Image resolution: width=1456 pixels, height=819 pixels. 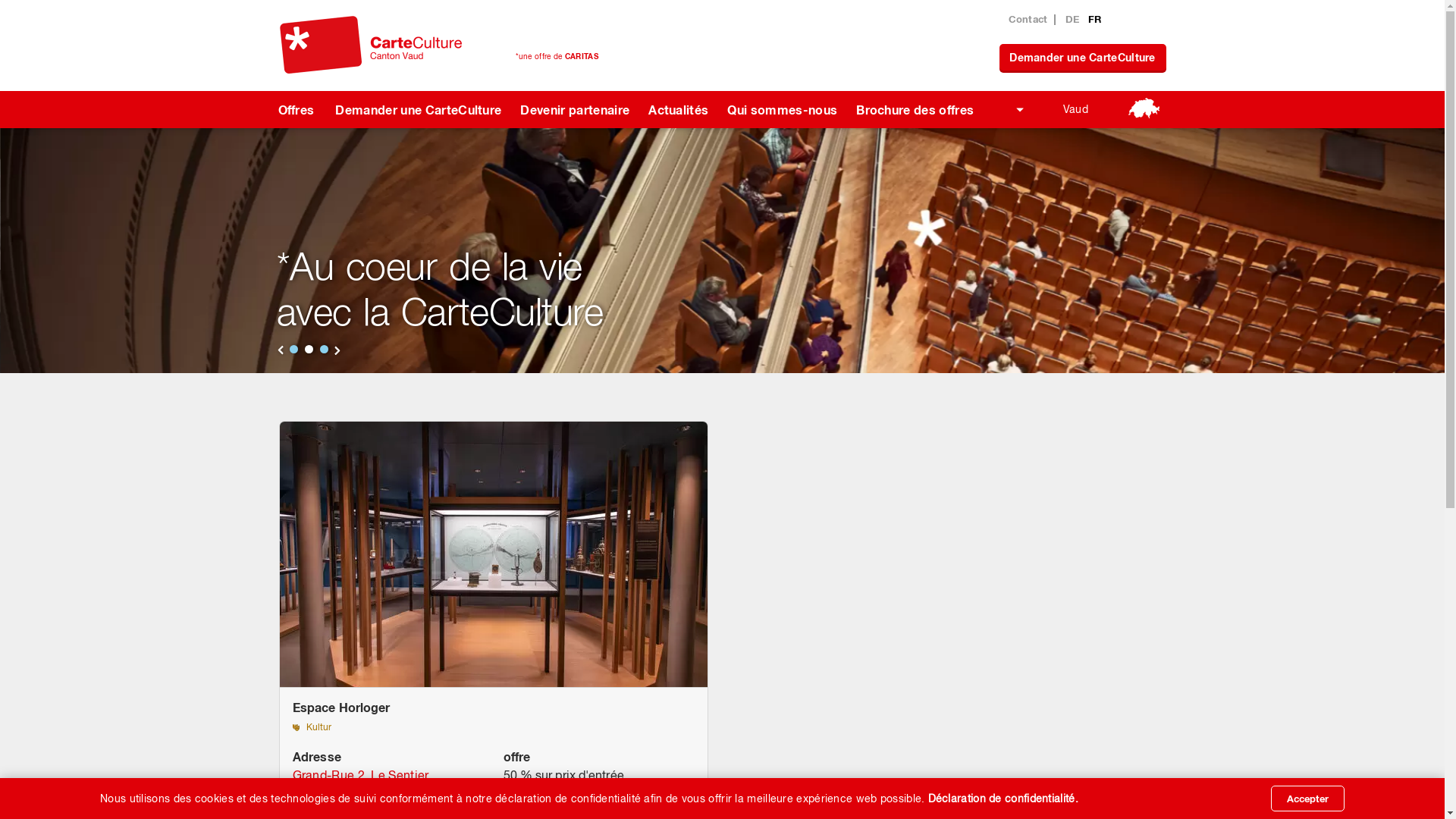 I want to click on 'Offres', so click(x=263, y=108).